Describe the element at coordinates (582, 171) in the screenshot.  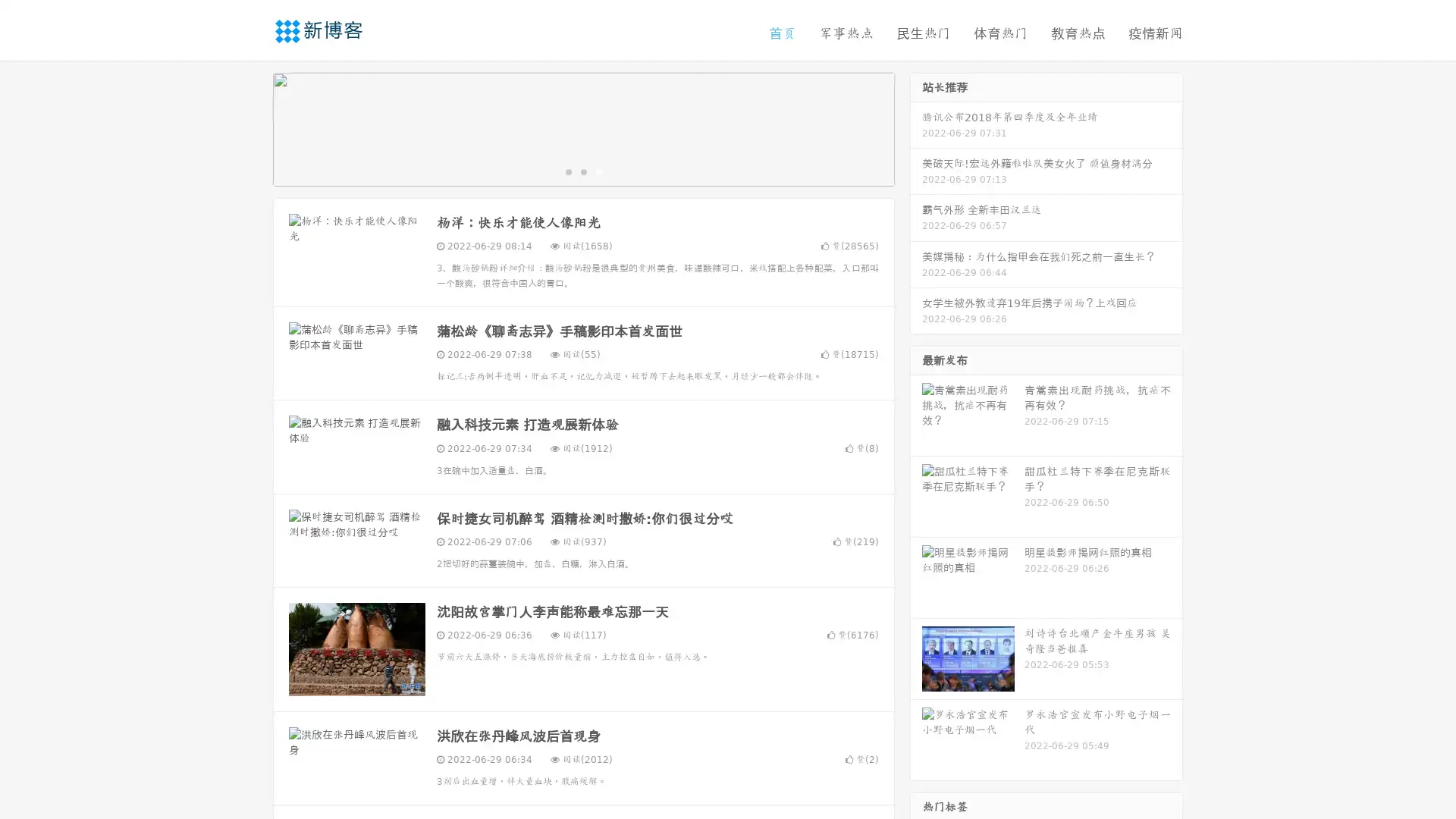
I see `Go to slide 2` at that location.